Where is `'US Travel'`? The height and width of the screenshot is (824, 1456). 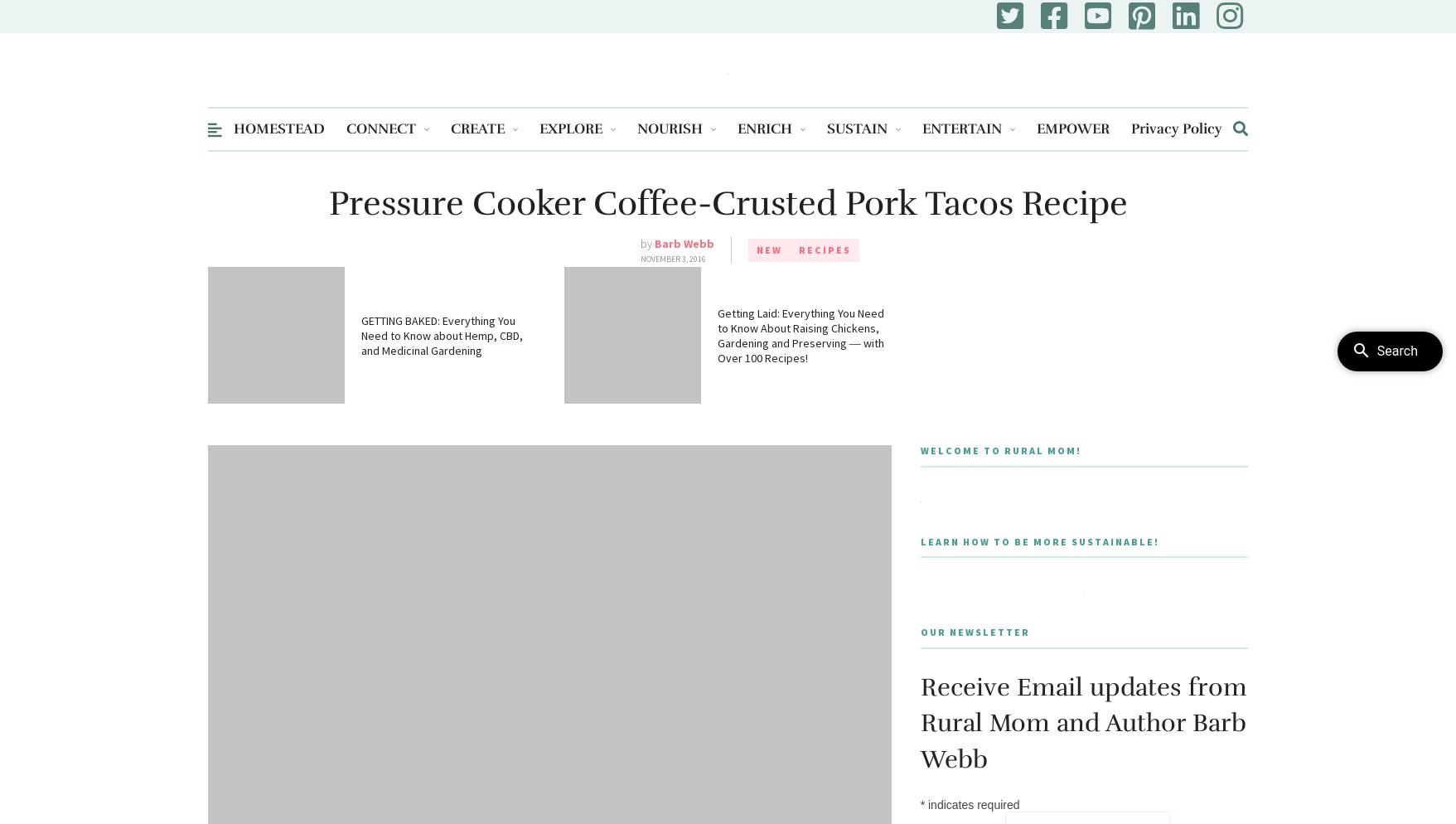 'US Travel' is located at coordinates (564, 241).